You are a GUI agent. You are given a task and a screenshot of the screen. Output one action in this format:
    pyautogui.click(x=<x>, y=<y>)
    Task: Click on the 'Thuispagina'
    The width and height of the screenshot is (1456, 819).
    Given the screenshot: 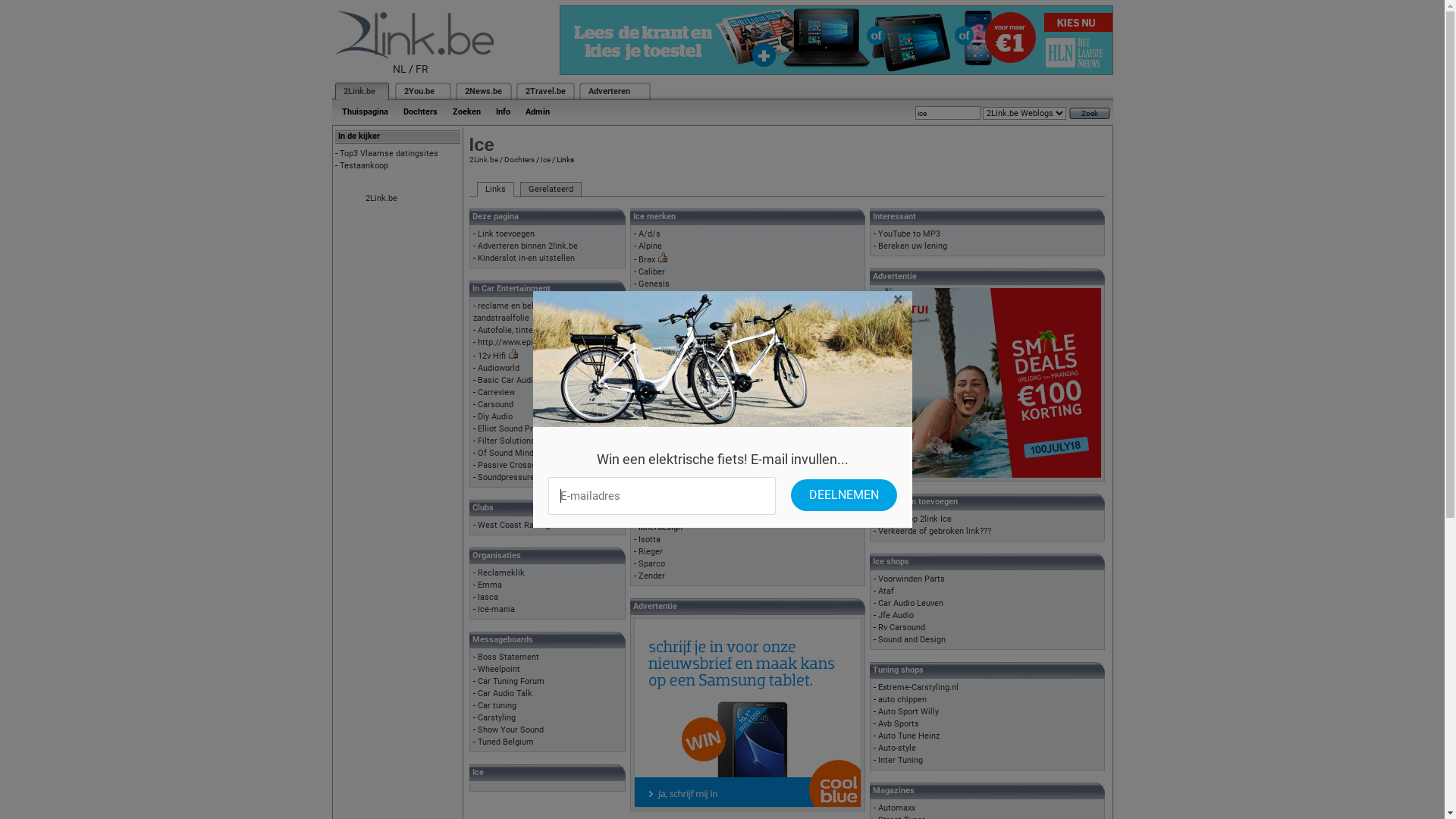 What is the action you would take?
    pyautogui.click(x=364, y=111)
    